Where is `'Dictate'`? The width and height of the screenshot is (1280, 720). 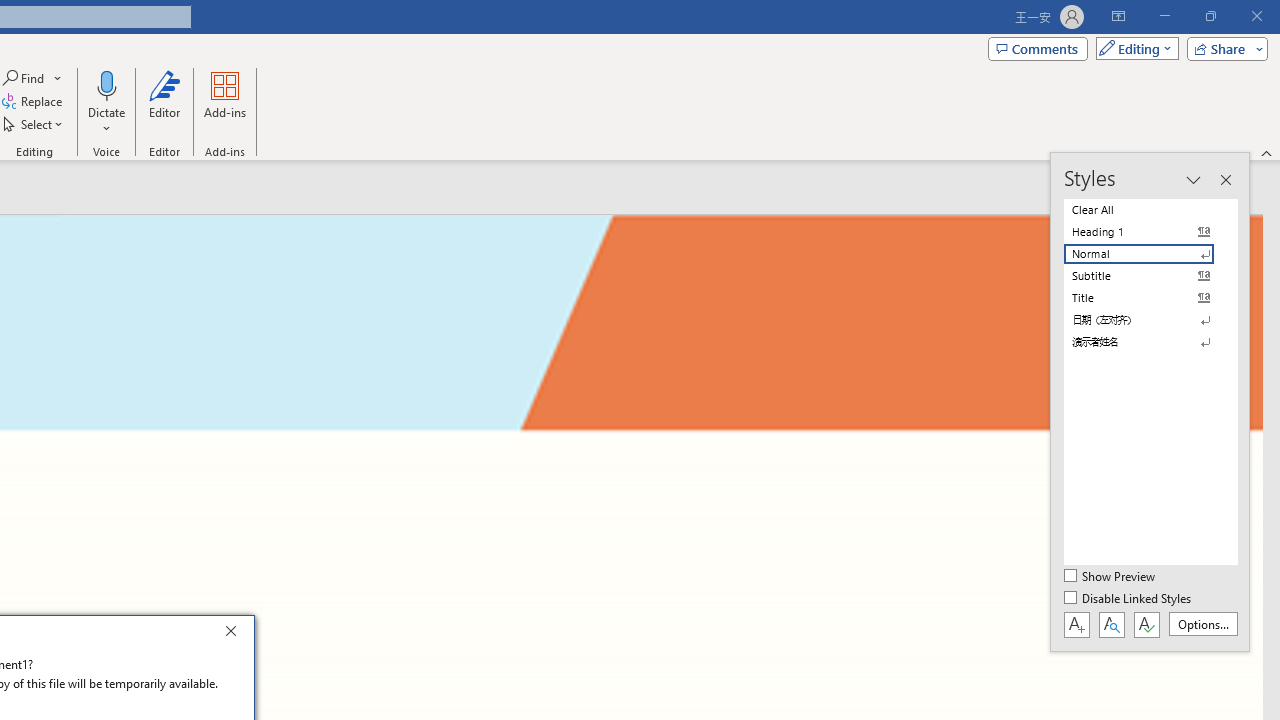
'Dictate' is located at coordinates (105, 84).